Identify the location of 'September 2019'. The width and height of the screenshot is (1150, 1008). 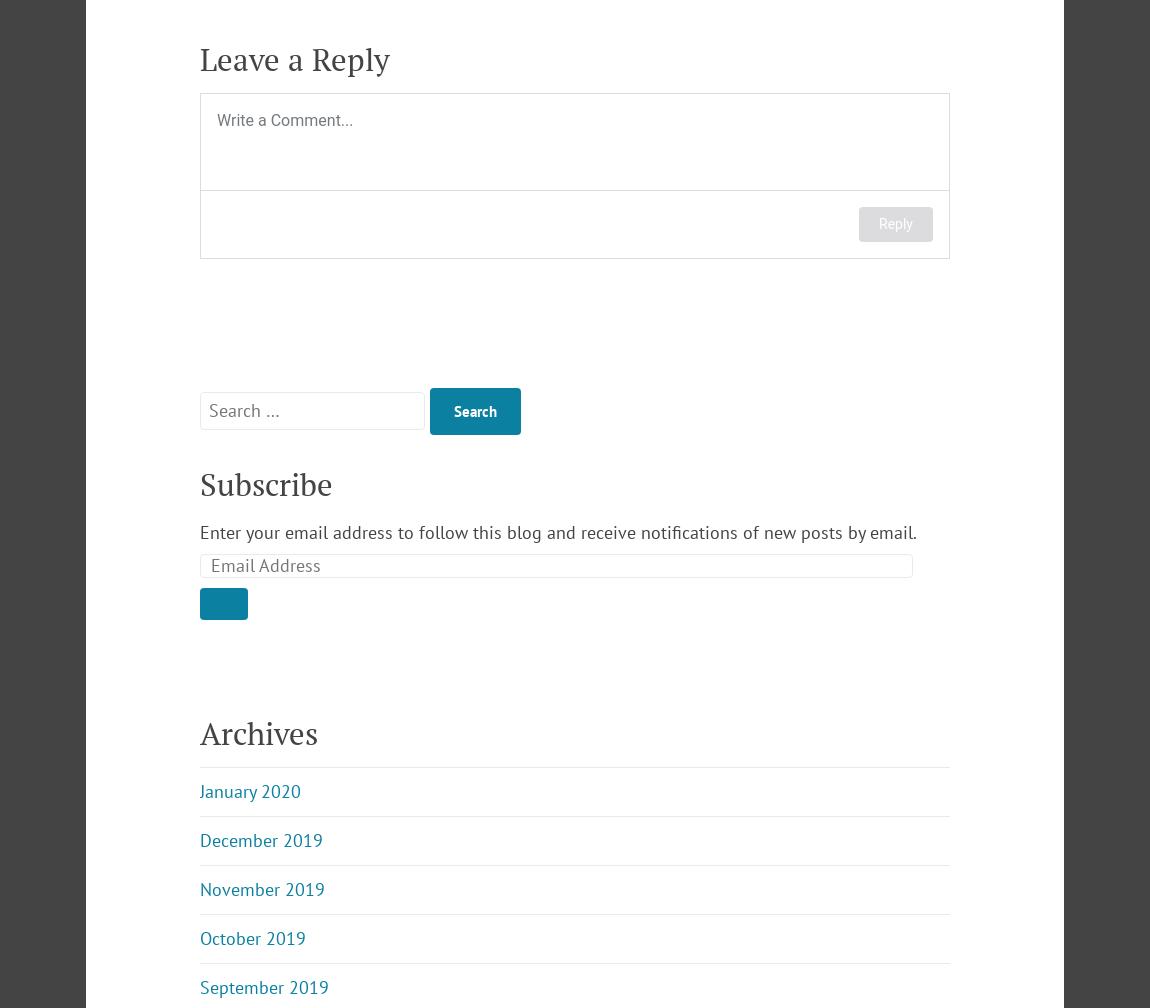
(263, 986).